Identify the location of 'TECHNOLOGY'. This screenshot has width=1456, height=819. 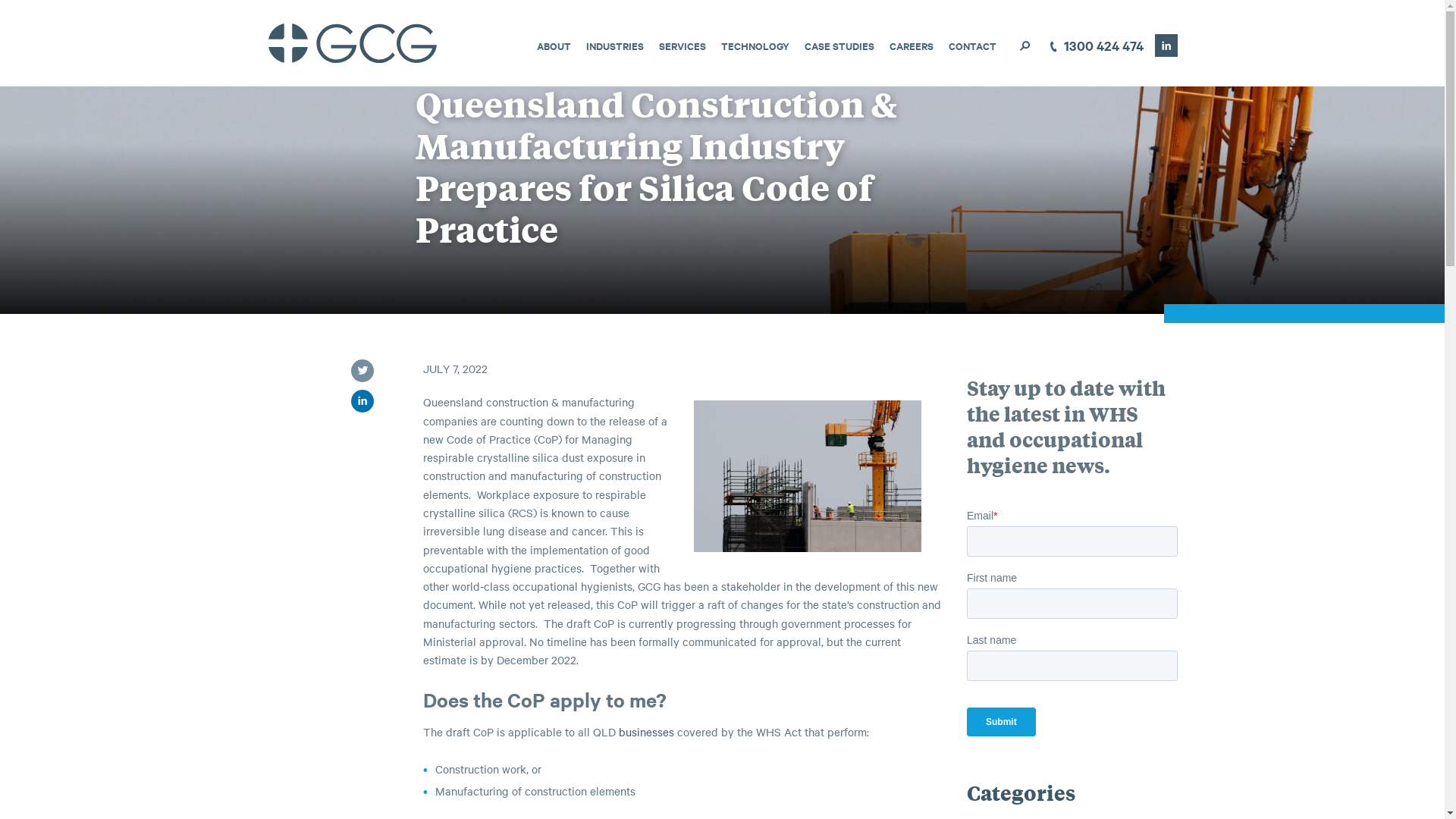
(720, 45).